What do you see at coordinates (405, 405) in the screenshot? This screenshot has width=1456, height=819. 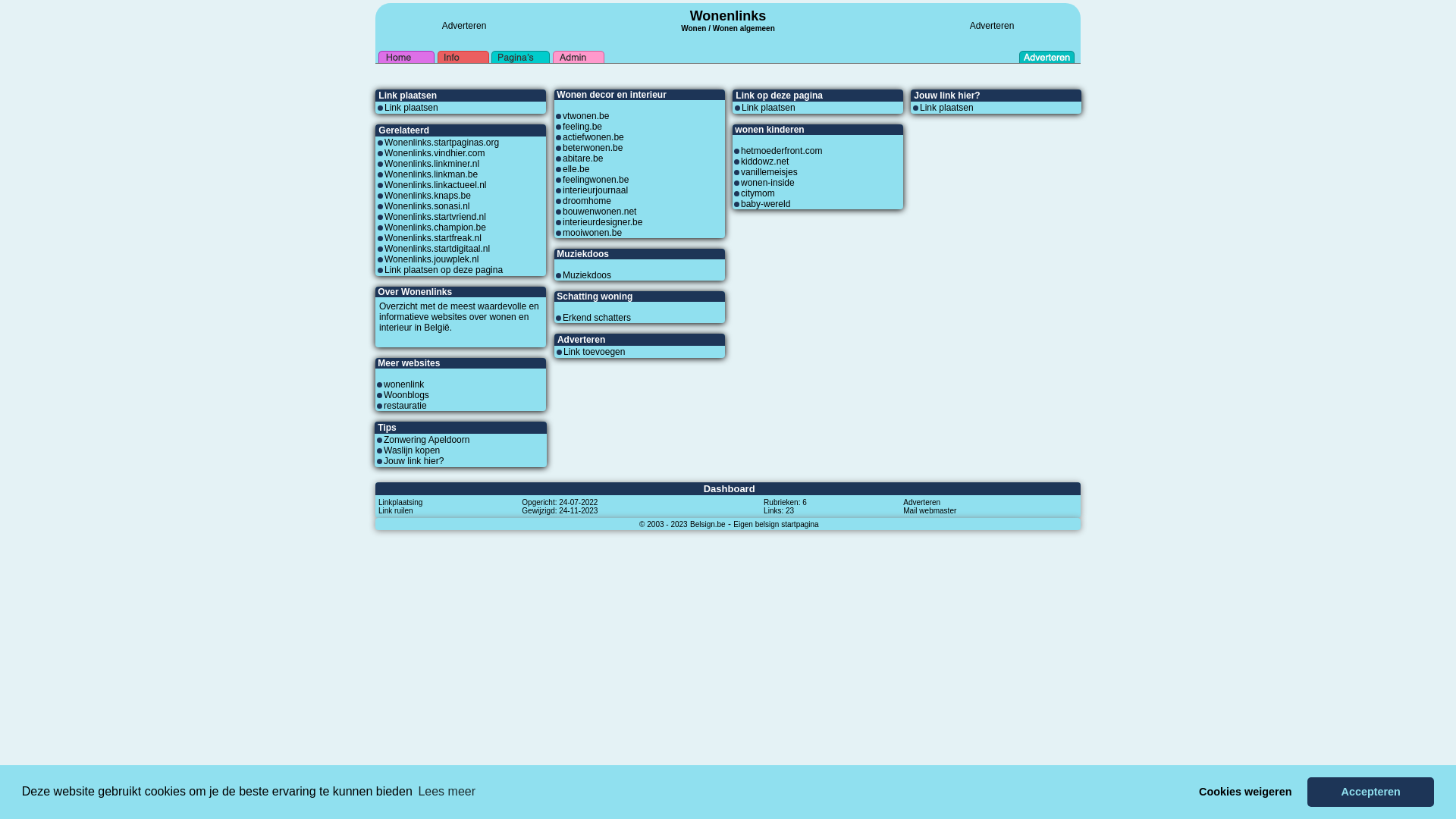 I see `'restauratie'` at bounding box center [405, 405].